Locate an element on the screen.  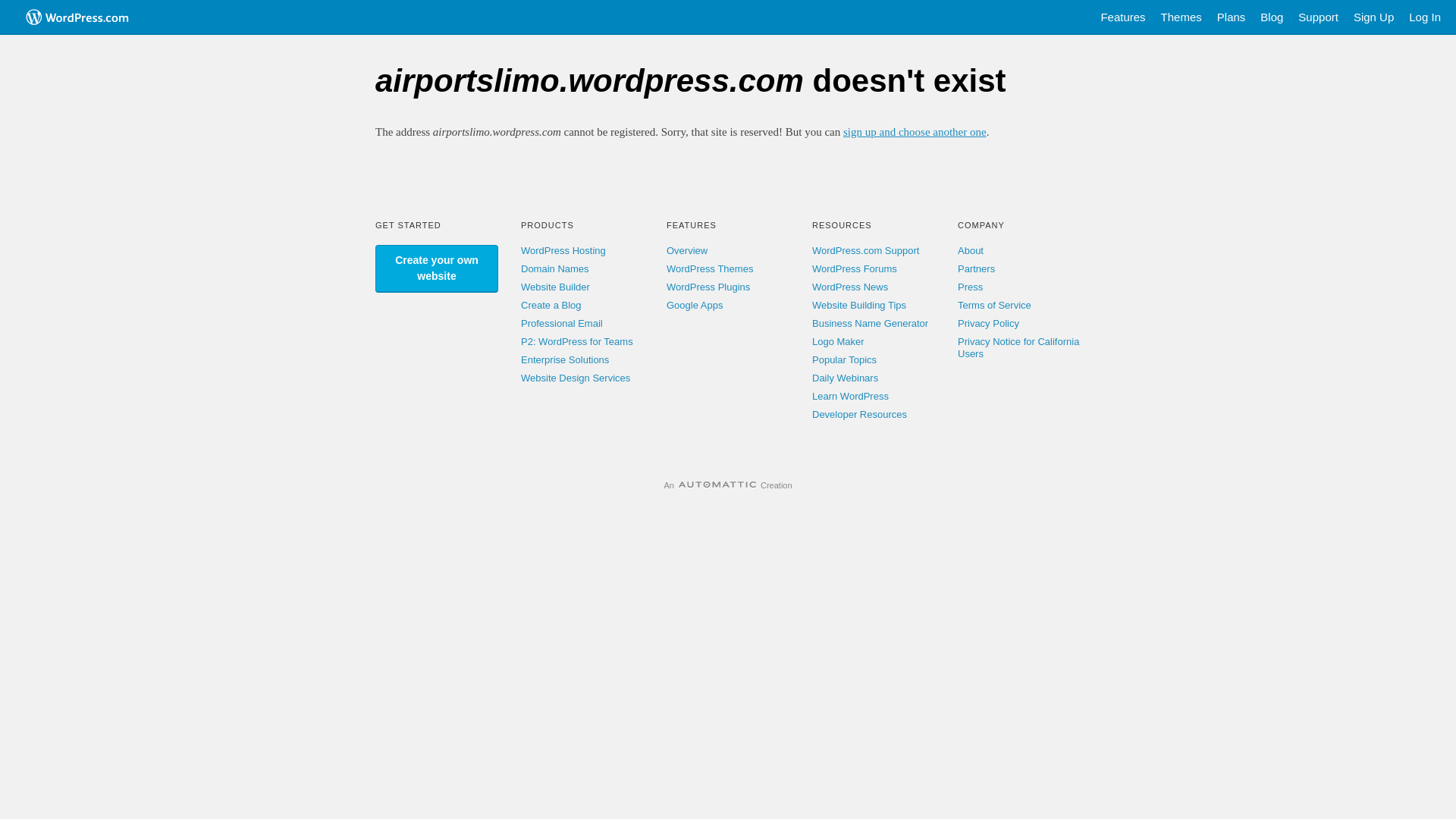
'Privacy Policy' is located at coordinates (988, 322).